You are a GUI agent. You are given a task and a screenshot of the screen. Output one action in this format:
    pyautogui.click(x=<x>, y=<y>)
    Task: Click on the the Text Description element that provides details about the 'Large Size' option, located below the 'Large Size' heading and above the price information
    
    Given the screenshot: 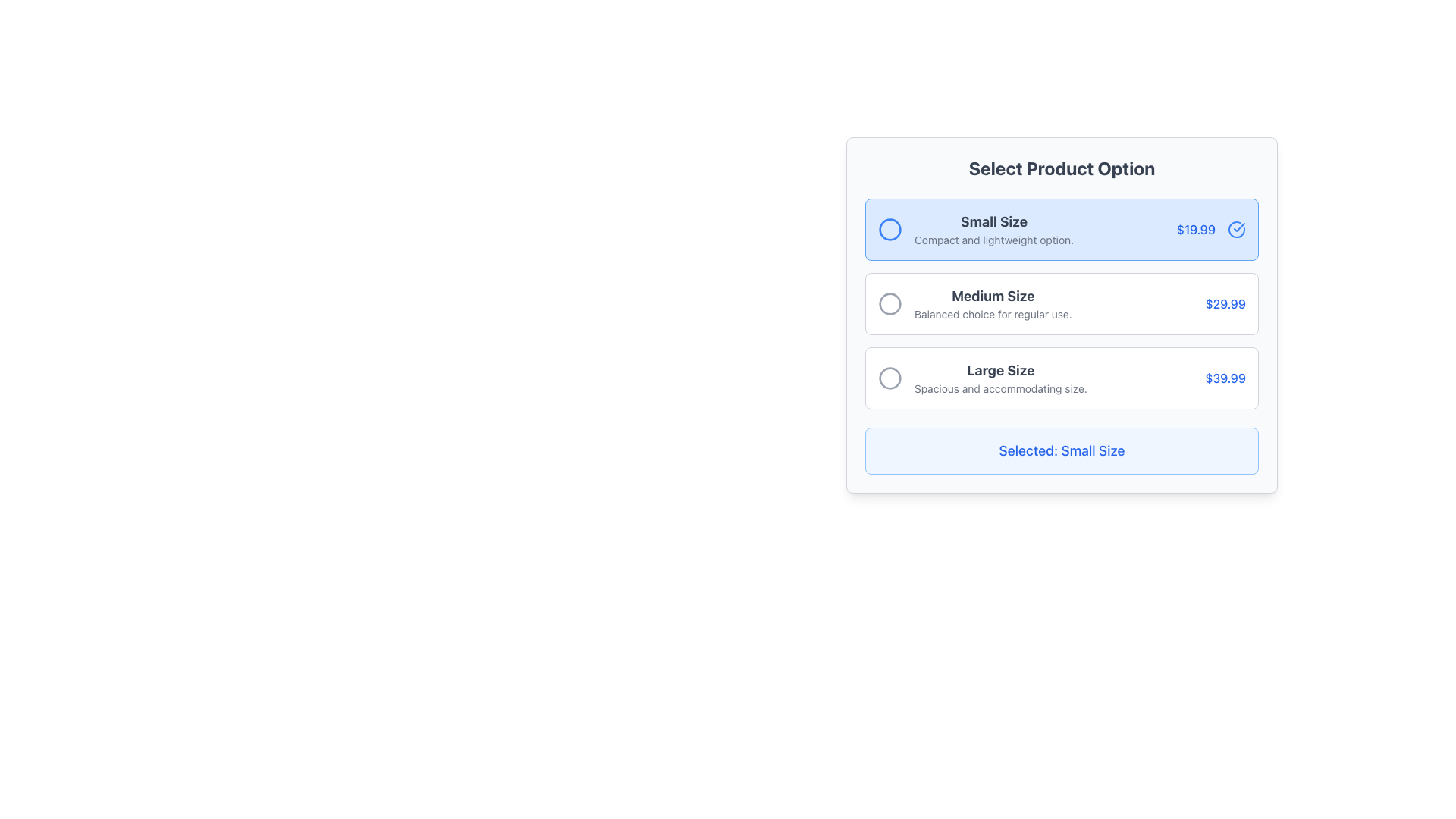 What is the action you would take?
    pyautogui.click(x=1001, y=388)
    